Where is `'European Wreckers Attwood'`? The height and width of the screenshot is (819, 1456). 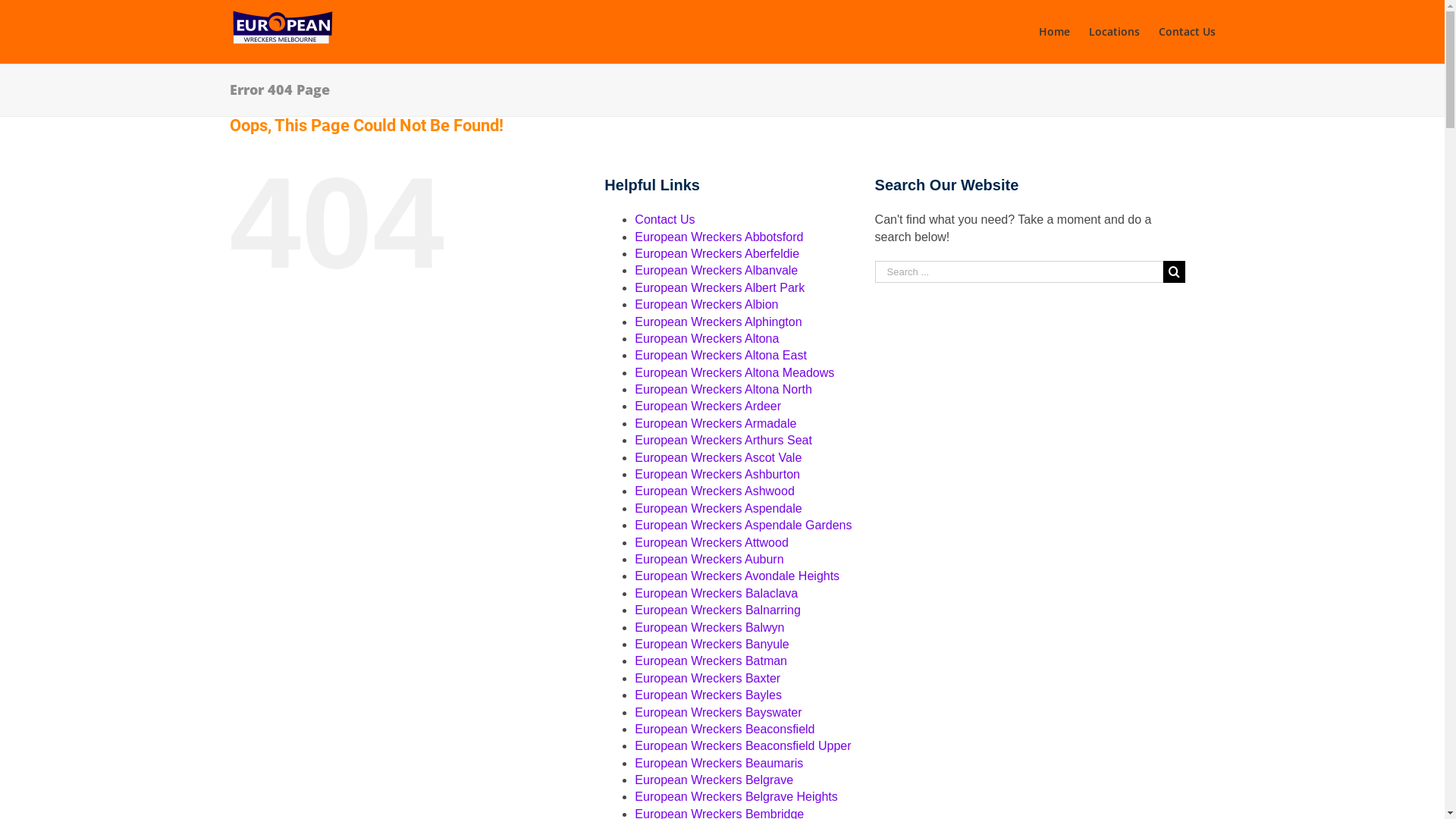 'European Wreckers Attwood' is located at coordinates (710, 541).